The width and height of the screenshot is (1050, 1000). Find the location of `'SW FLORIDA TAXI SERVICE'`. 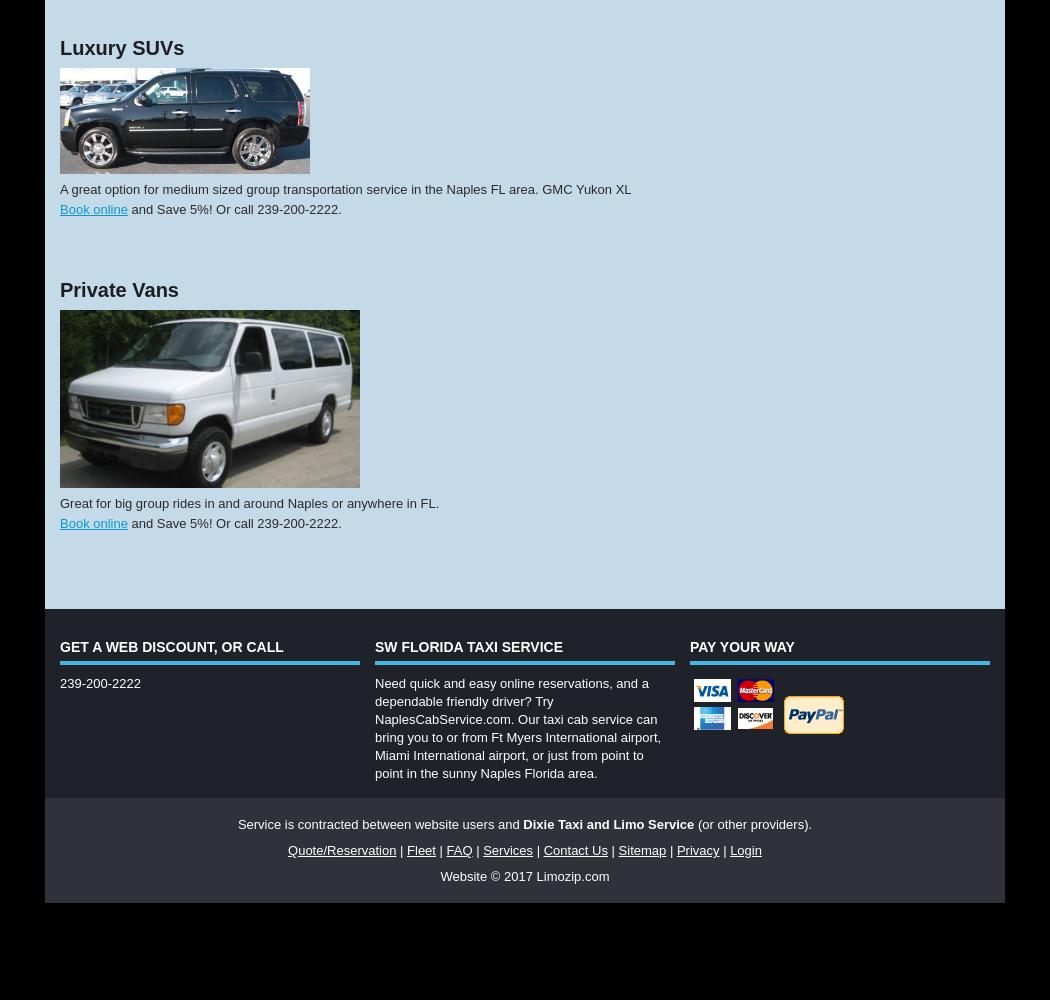

'SW FLORIDA TAXI SERVICE' is located at coordinates (373, 647).